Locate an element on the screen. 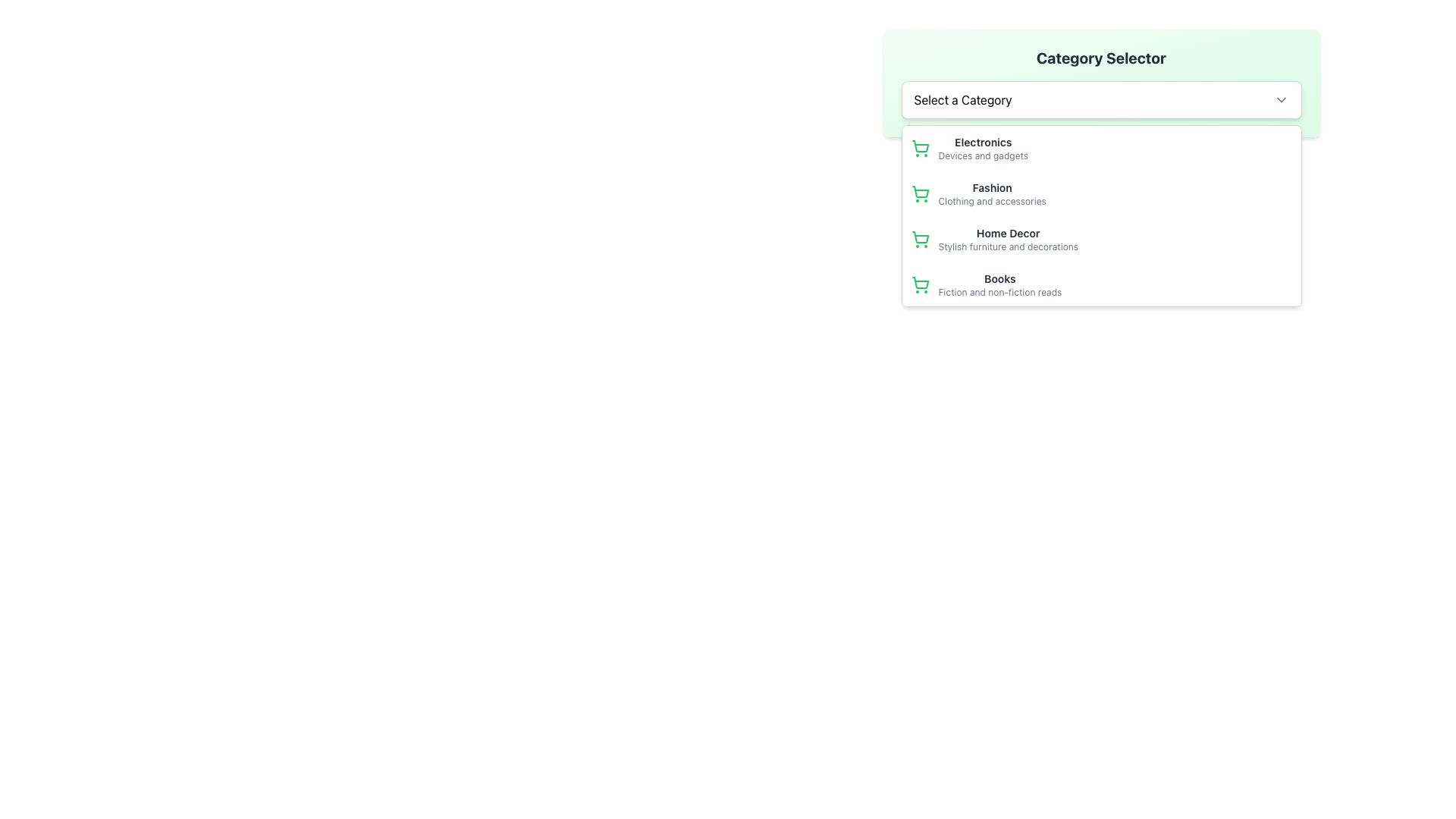  the 'Home Decor' category option found as the third item in the dropdown menu labeled 'Select a Category' is located at coordinates (1101, 216).